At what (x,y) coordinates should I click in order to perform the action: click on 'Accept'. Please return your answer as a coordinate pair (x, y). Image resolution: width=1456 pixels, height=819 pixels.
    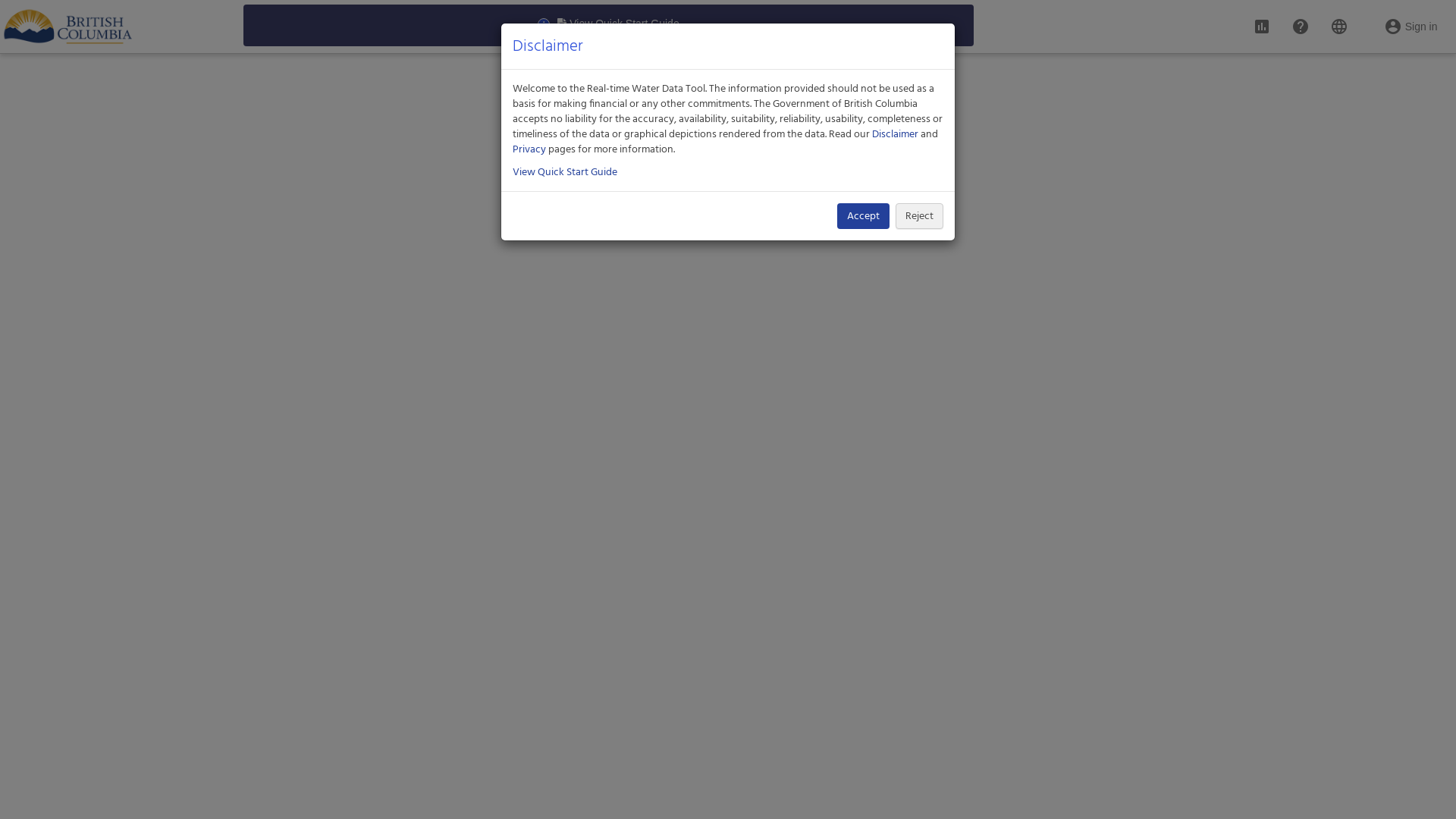
    Looking at the image, I should click on (863, 216).